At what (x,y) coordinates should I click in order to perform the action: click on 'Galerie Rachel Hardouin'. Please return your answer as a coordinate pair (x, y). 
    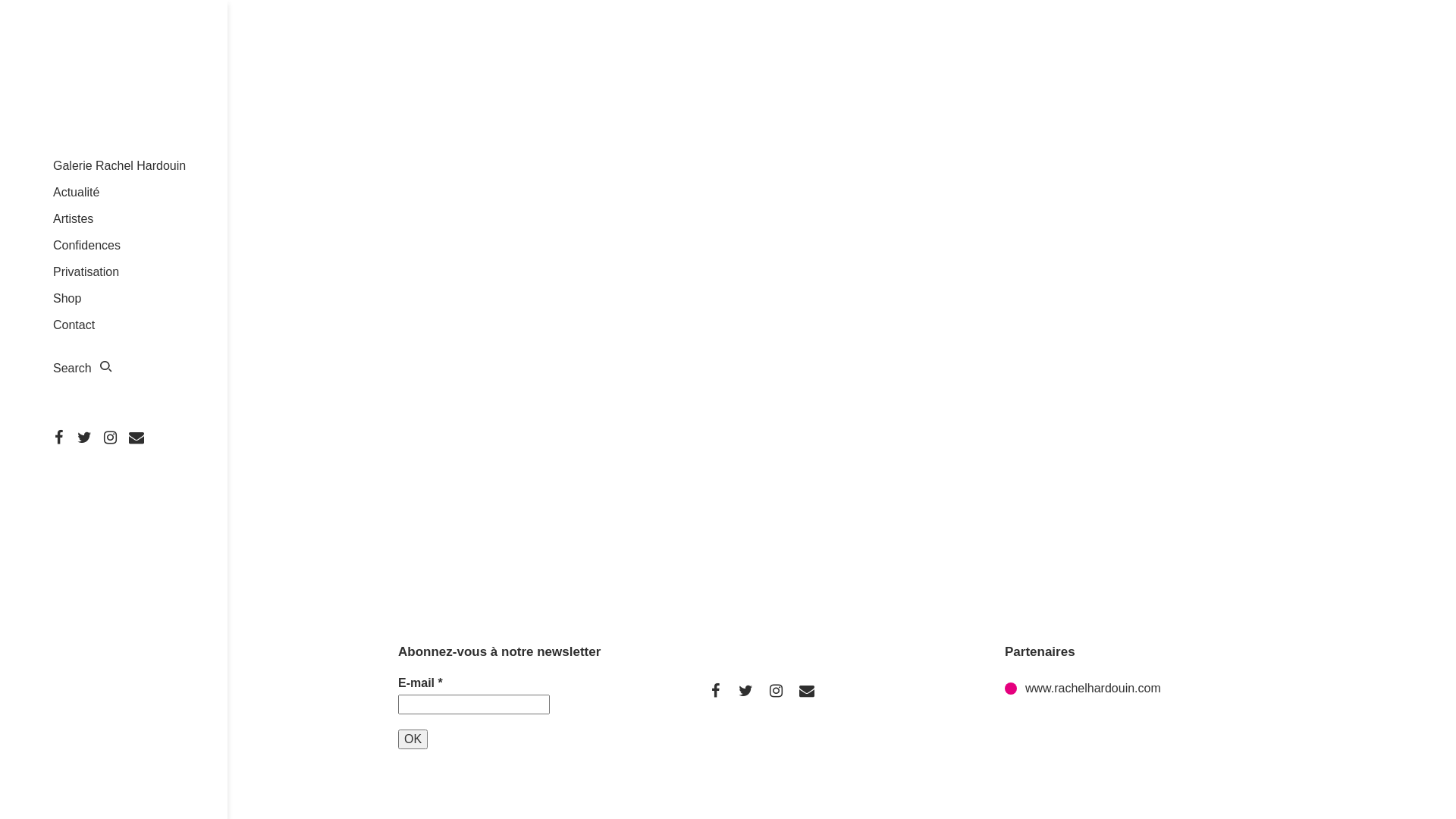
    Looking at the image, I should click on (118, 165).